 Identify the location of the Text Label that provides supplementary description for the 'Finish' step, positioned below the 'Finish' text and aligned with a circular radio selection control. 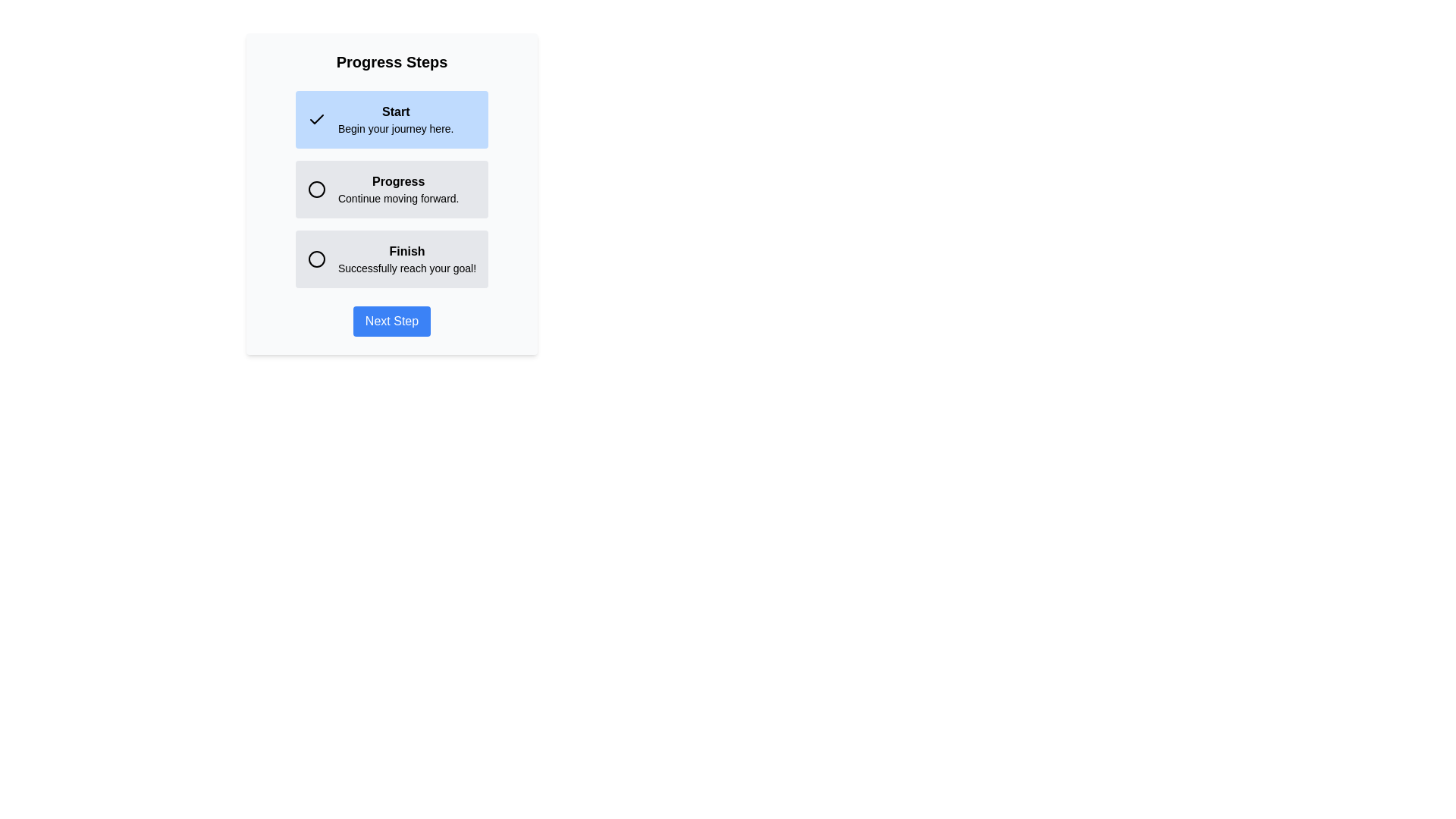
(407, 268).